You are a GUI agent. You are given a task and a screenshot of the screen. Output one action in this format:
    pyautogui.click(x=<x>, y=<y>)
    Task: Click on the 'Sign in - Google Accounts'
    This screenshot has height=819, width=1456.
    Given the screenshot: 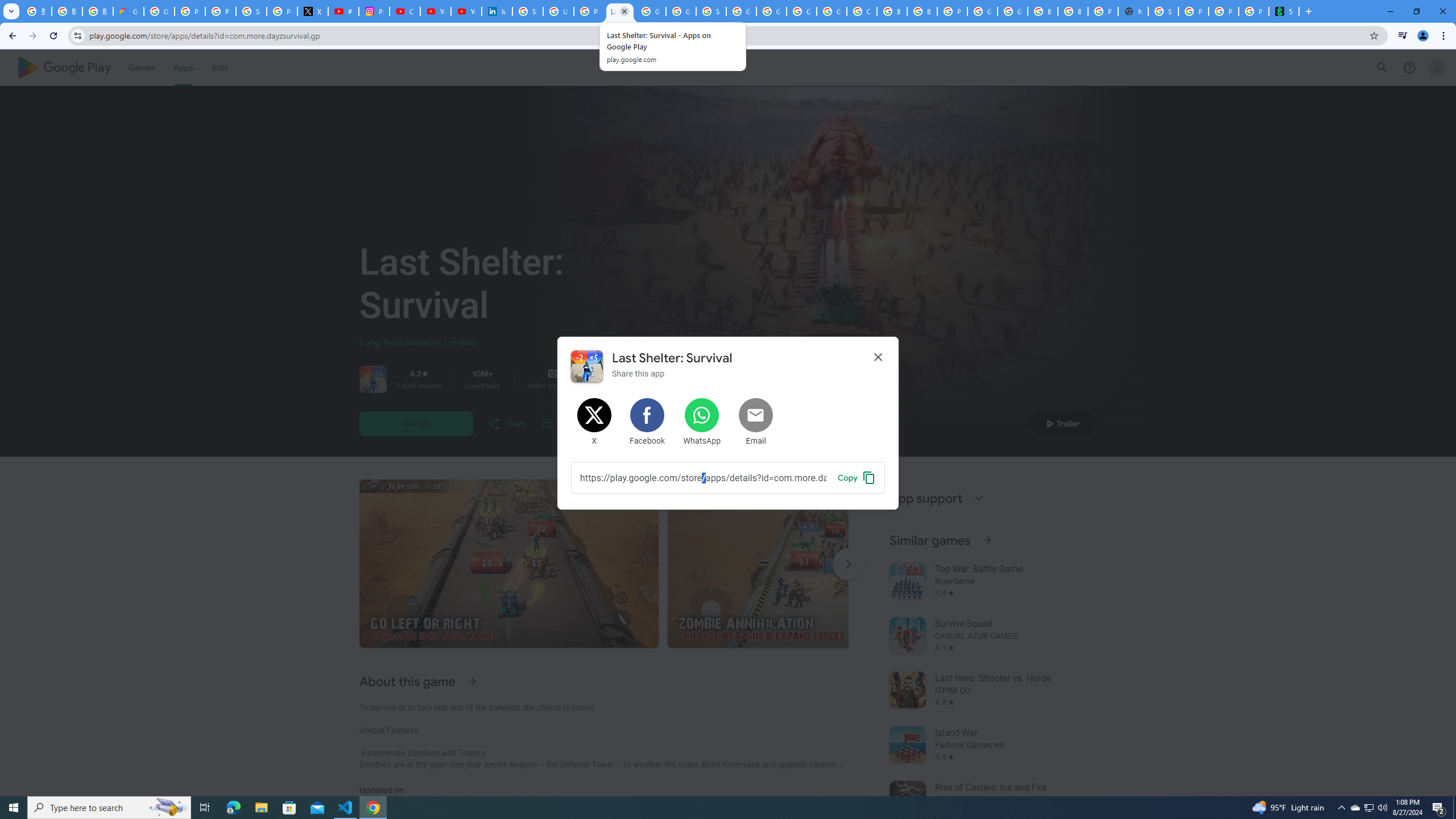 What is the action you would take?
    pyautogui.click(x=528, y=11)
    